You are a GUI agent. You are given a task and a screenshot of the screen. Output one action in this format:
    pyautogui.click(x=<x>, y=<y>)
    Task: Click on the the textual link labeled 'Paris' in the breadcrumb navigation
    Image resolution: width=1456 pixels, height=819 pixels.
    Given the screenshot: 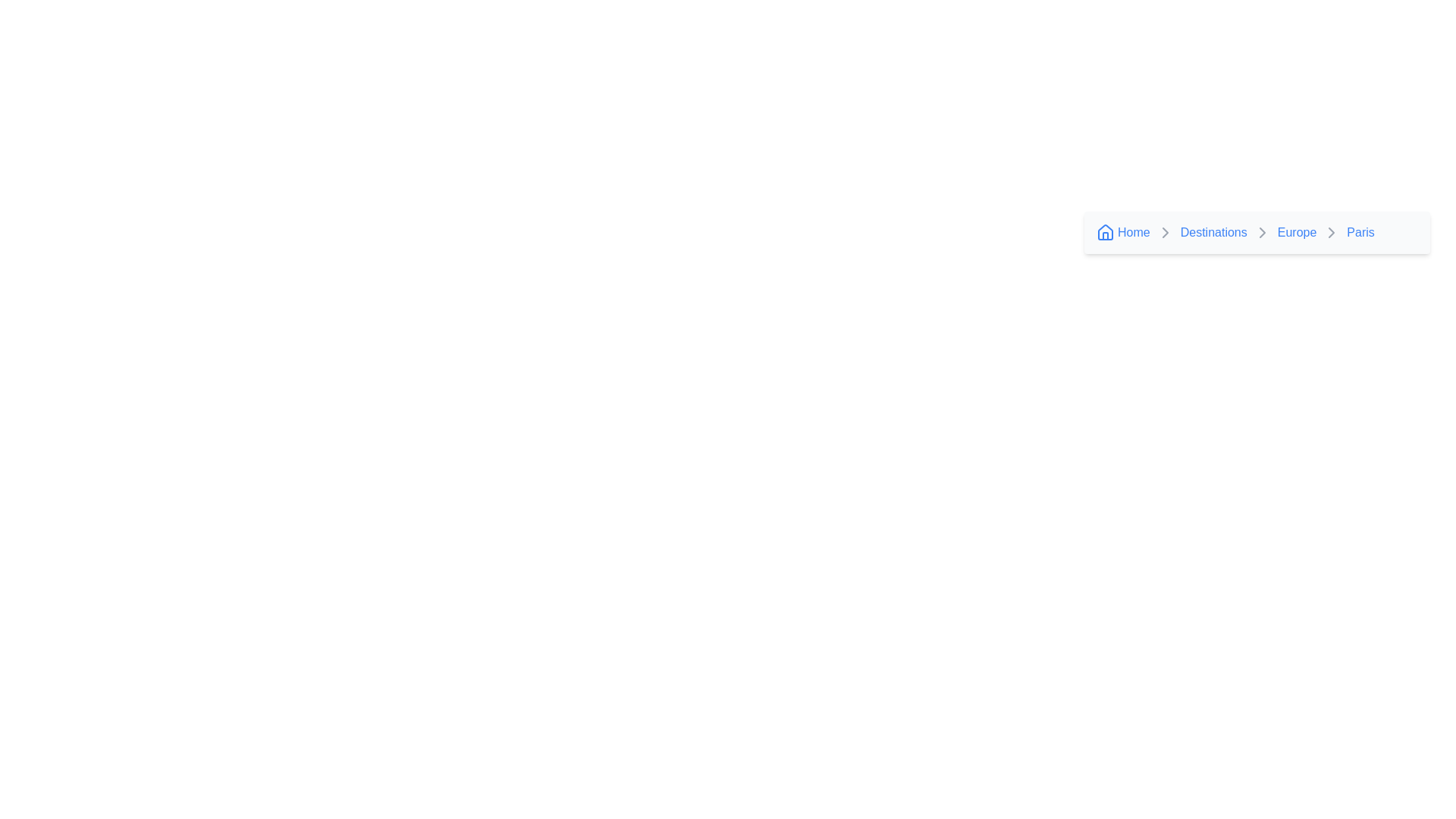 What is the action you would take?
    pyautogui.click(x=1360, y=233)
    